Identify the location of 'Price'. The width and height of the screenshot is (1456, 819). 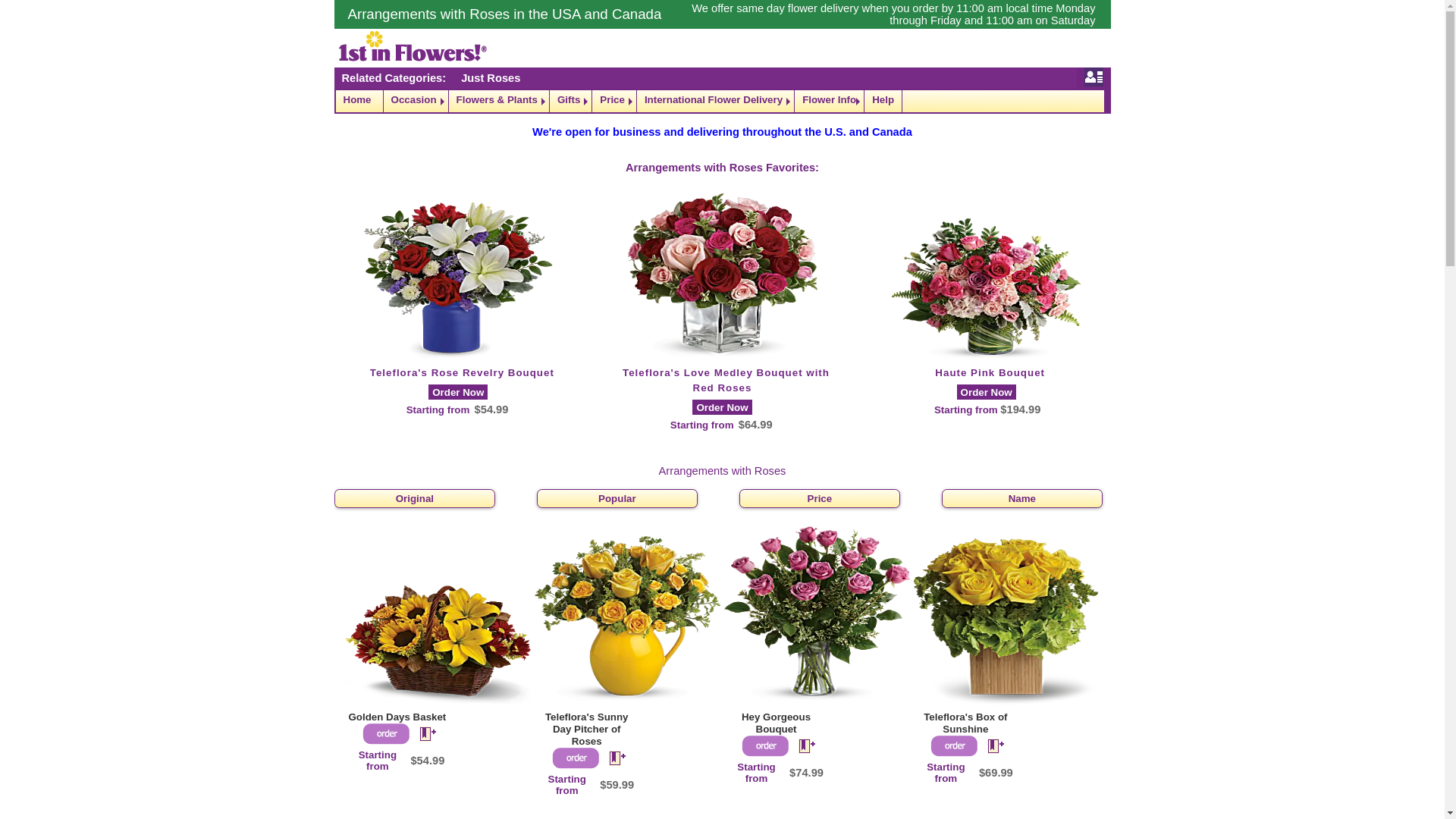
(591, 101).